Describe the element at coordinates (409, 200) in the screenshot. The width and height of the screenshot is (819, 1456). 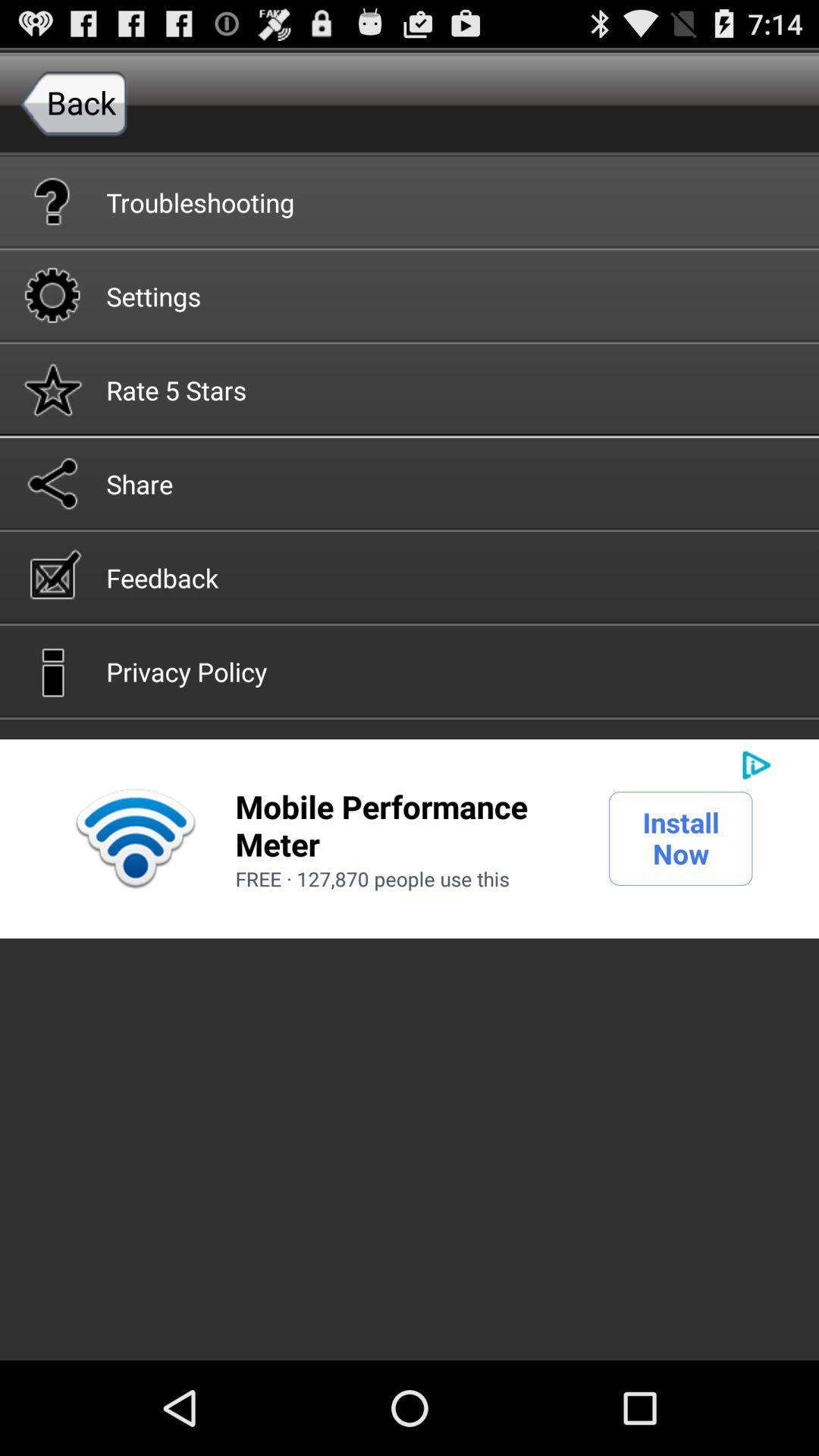
I see `the troubleshooting button` at that location.